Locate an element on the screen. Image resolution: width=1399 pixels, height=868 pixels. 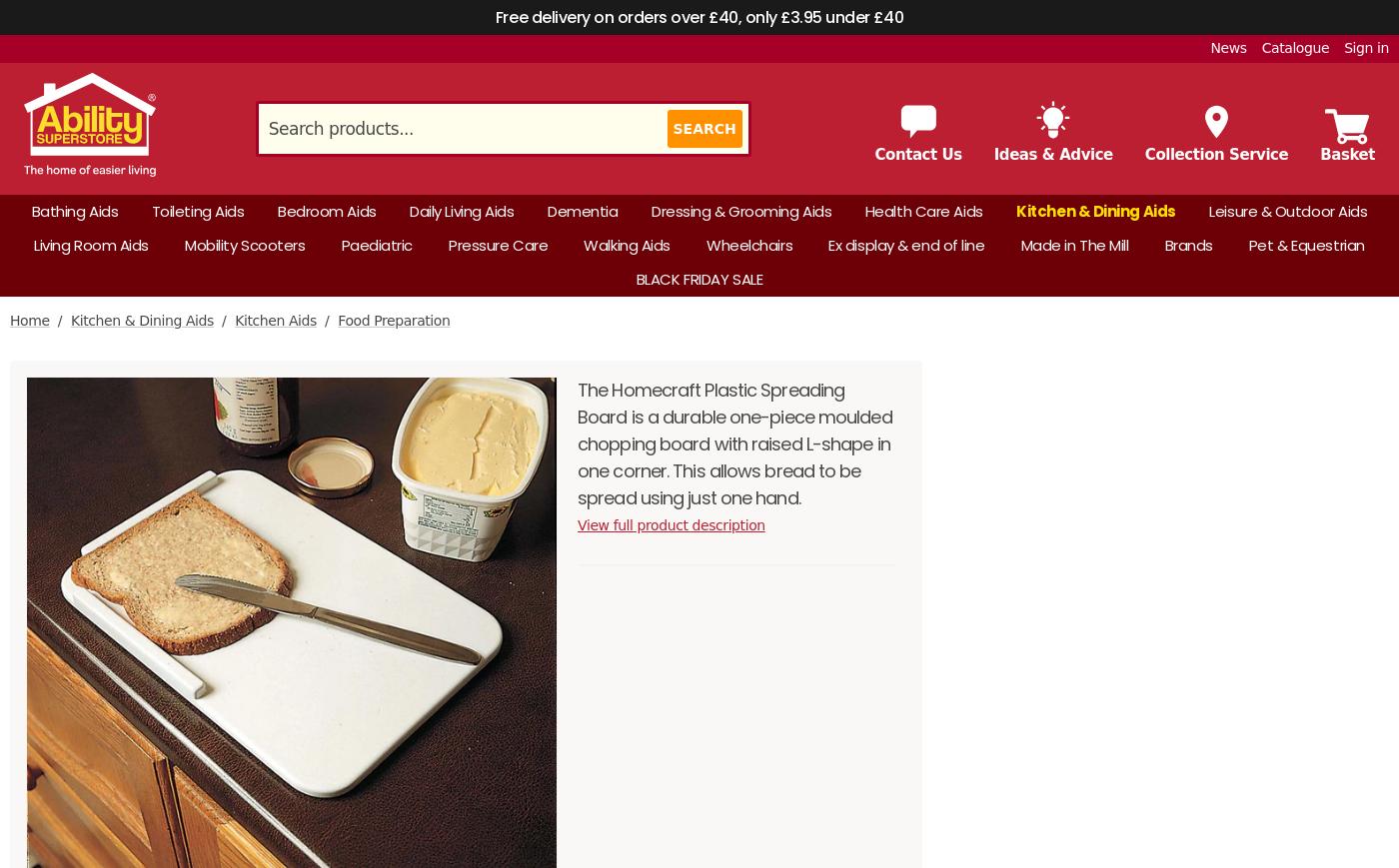
'Guides & Advice' is located at coordinates (242, 169).